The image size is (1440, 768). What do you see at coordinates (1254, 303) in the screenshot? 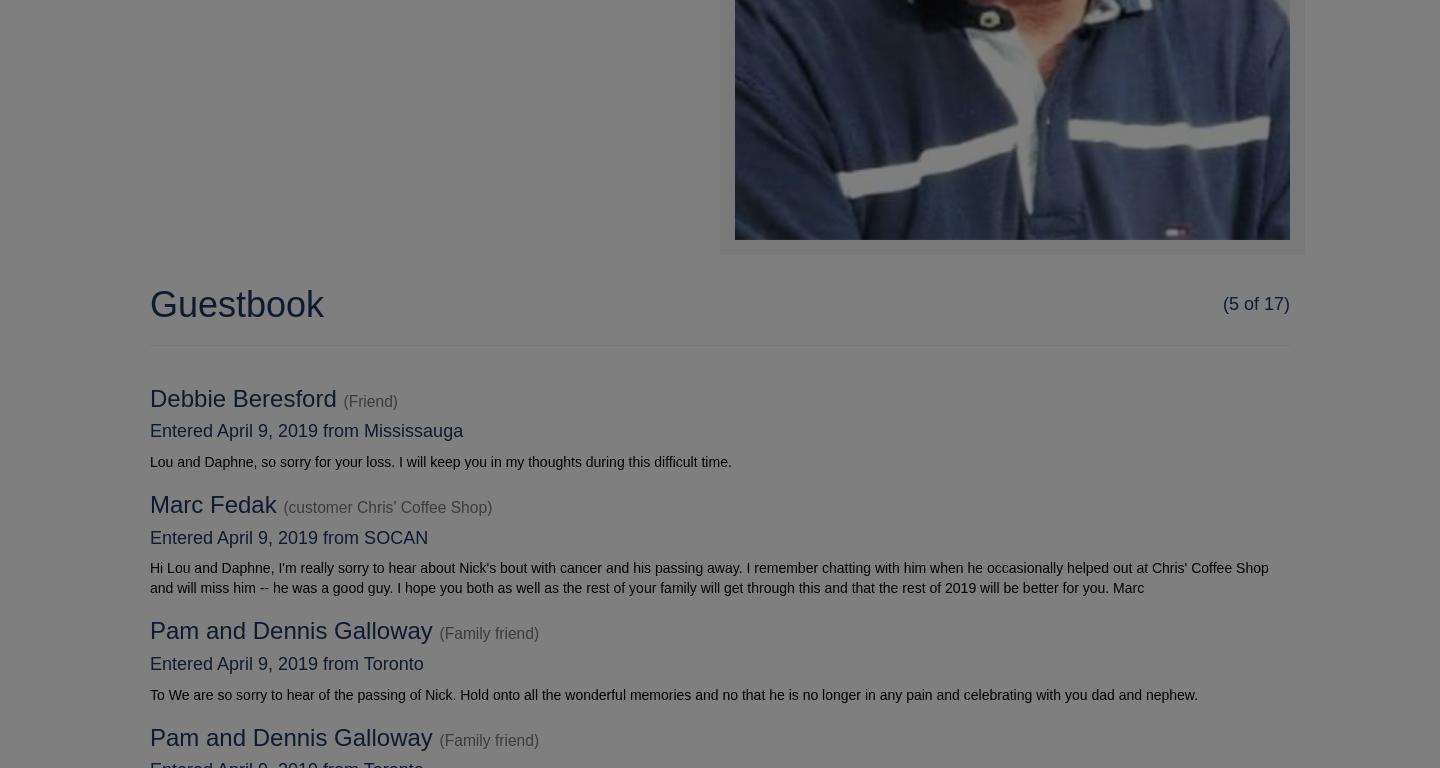
I see `'(5
						
						
						of
						17)'` at bounding box center [1254, 303].